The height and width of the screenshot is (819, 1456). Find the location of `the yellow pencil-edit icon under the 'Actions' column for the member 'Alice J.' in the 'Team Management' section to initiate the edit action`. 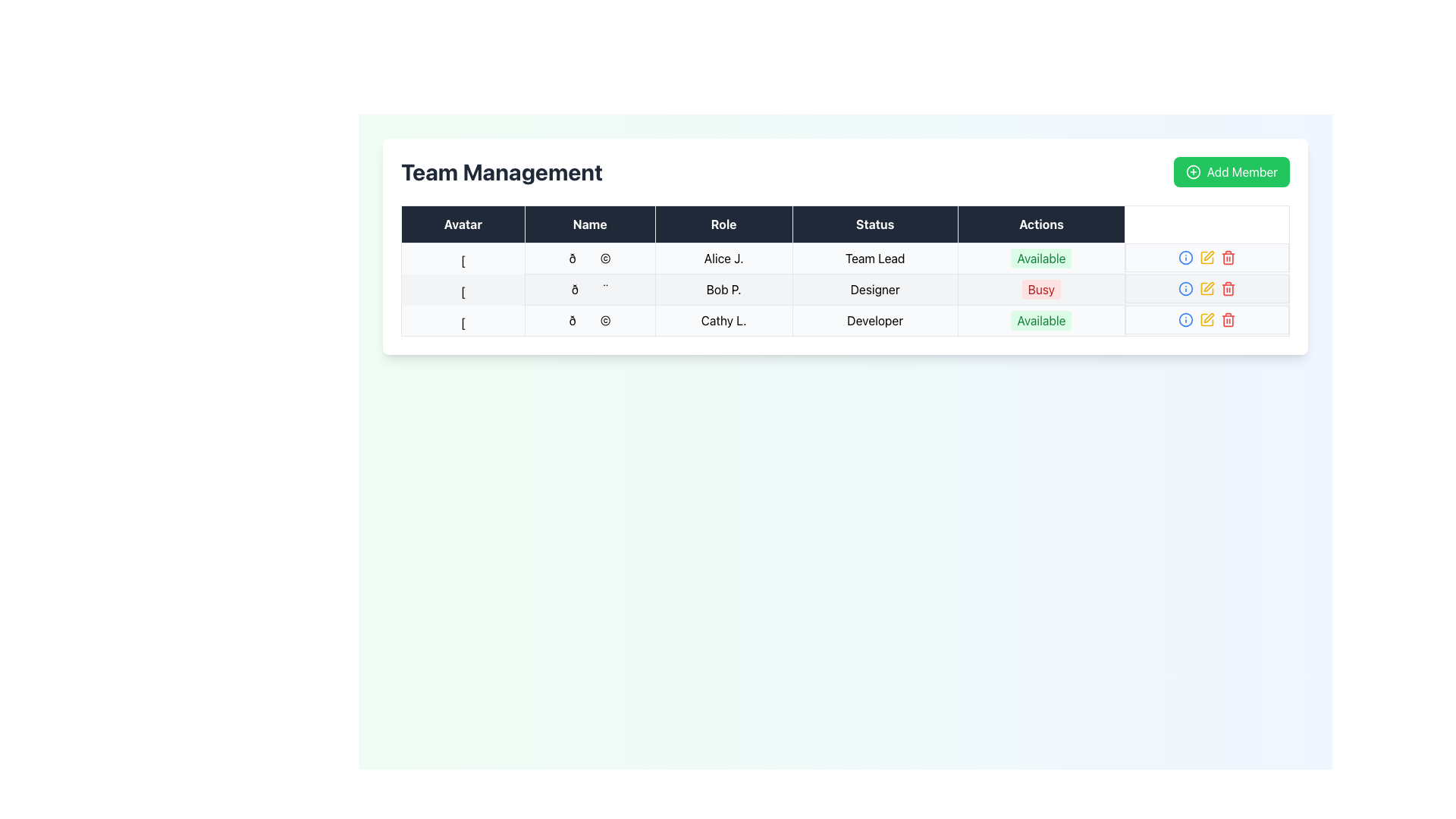

the yellow pencil-edit icon under the 'Actions' column for the member 'Alice J.' in the 'Team Management' section to initiate the edit action is located at coordinates (1207, 256).